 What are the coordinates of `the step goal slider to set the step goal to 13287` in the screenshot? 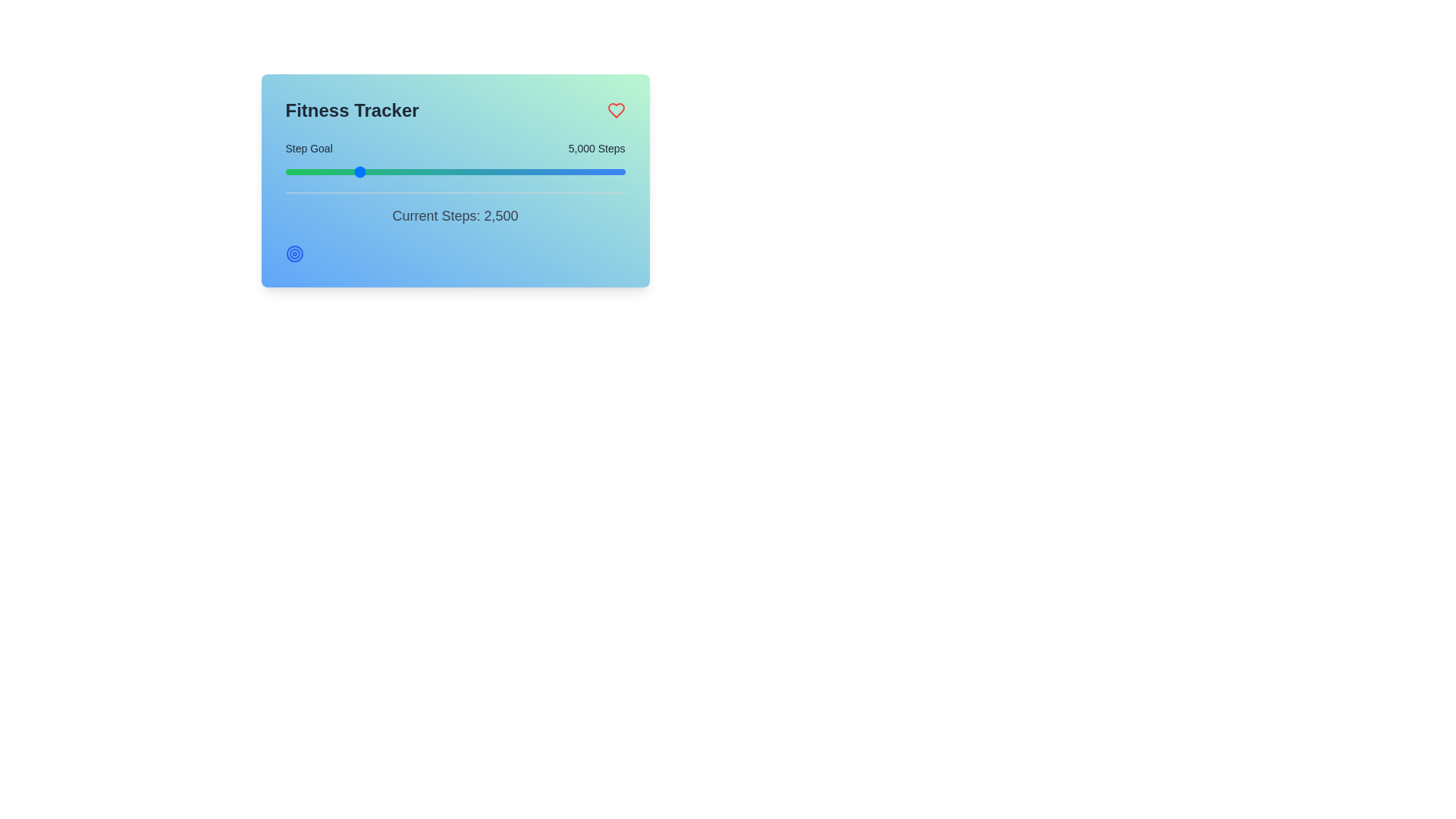 It's located at (505, 171).